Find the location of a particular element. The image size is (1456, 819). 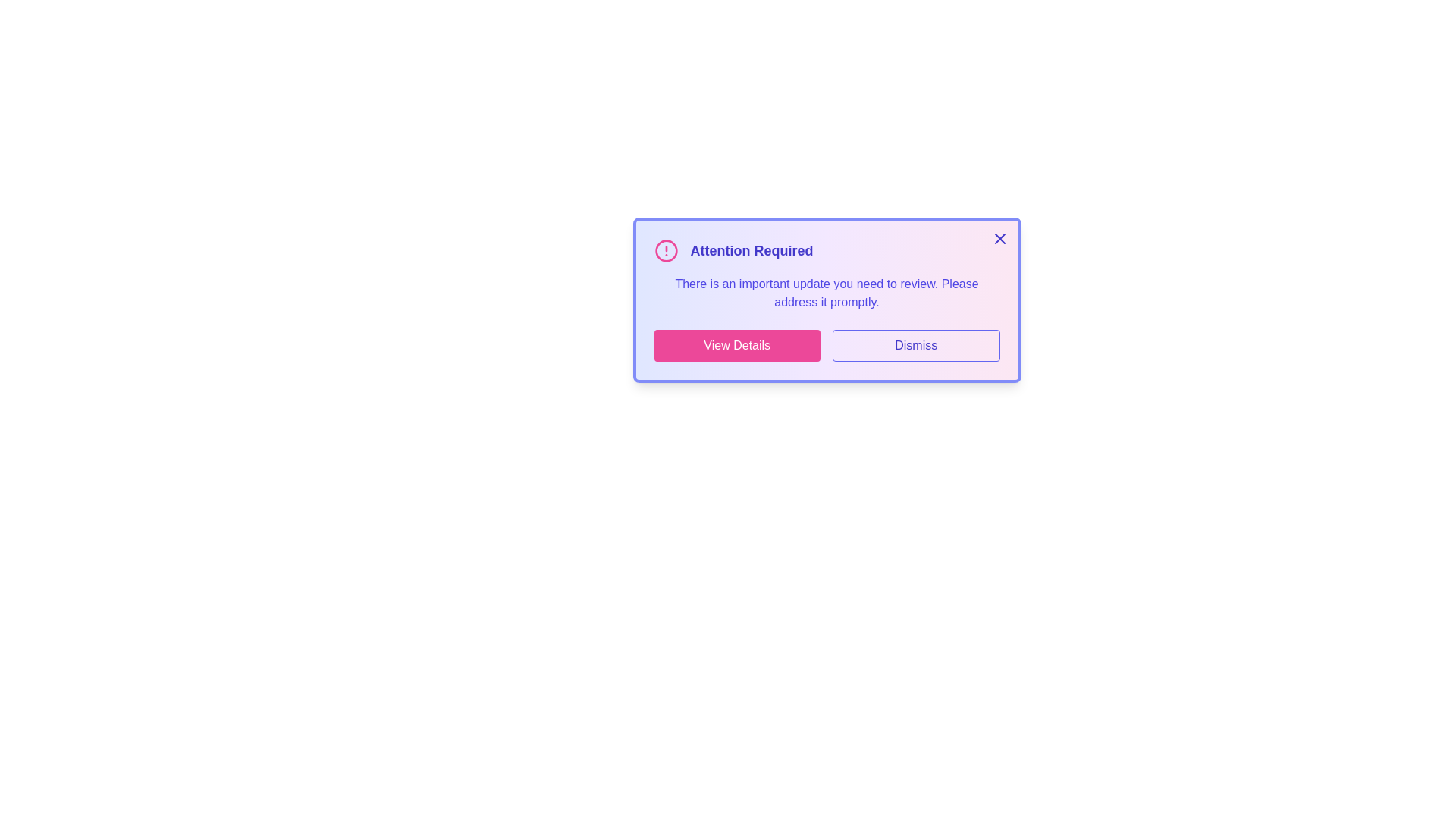

the close button located at the top-right corner of the alert is located at coordinates (999, 239).